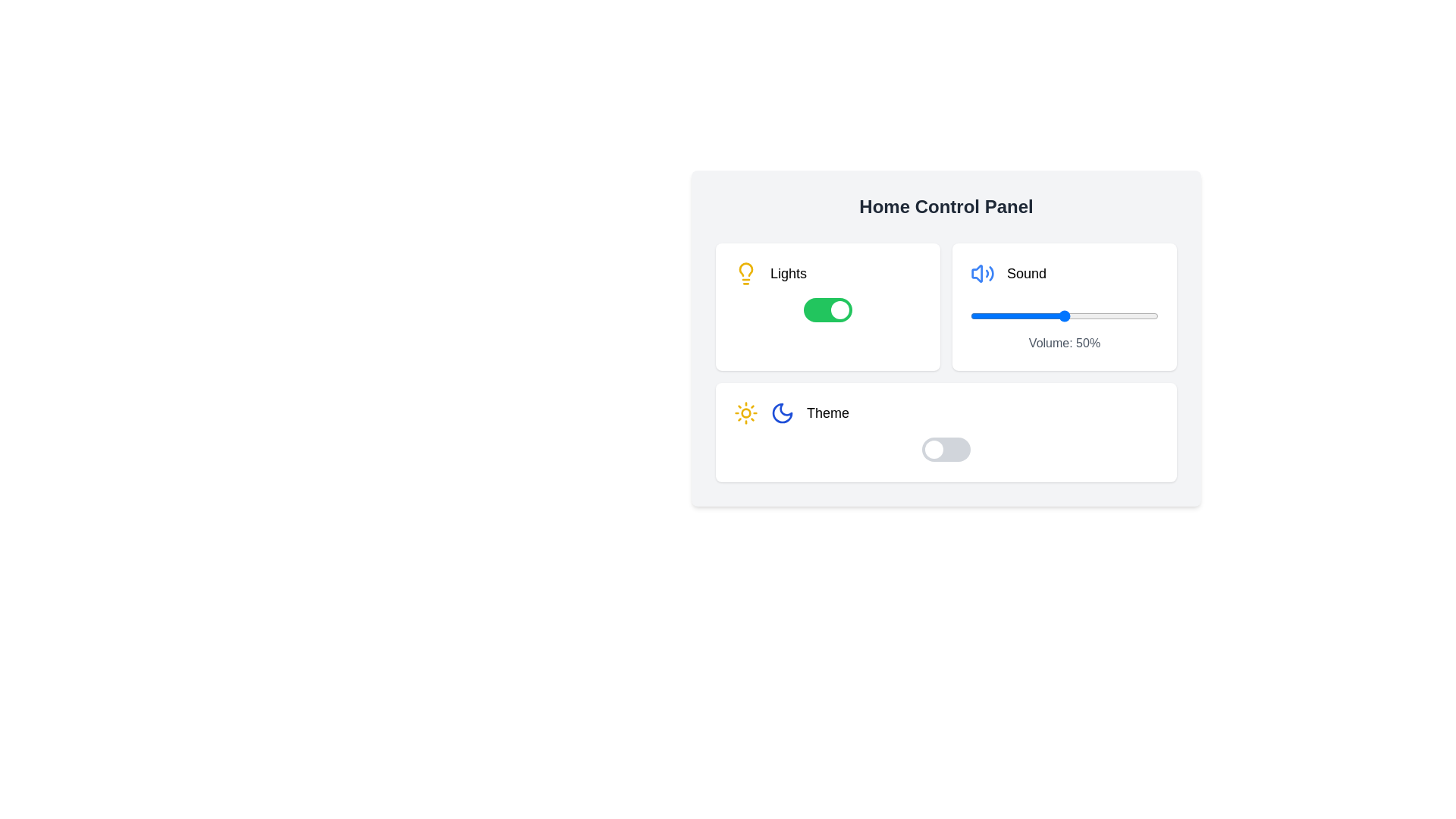  Describe the element at coordinates (783, 413) in the screenshot. I see `the moon icon representing the nighttime or 'dark mode' theme located in the bottom-left quadrant of the Home Control Panel interface, adjacent to the toggle switch for changing themes` at that location.